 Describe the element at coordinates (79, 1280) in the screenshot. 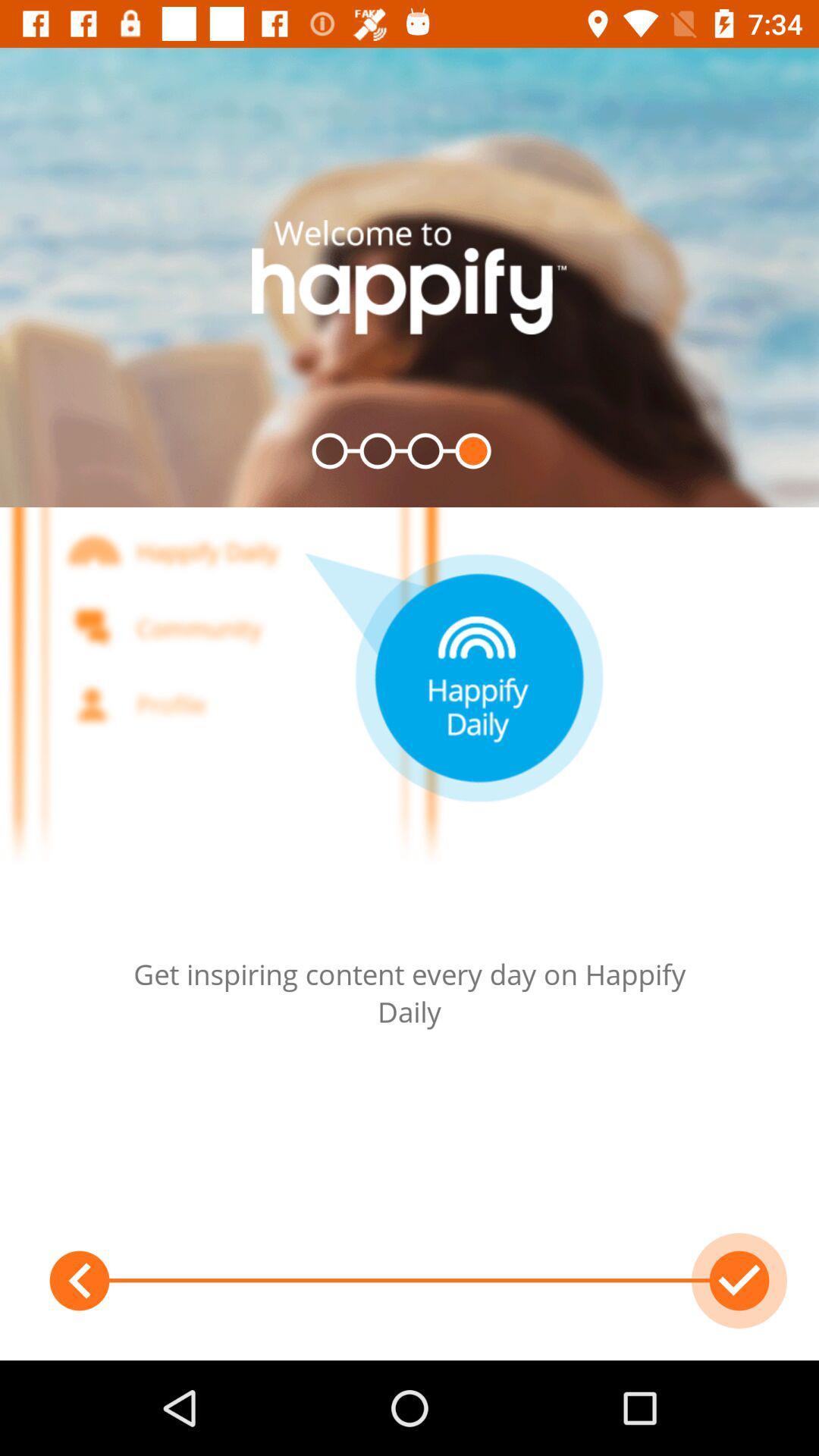

I see `the arrow_backward icon` at that location.